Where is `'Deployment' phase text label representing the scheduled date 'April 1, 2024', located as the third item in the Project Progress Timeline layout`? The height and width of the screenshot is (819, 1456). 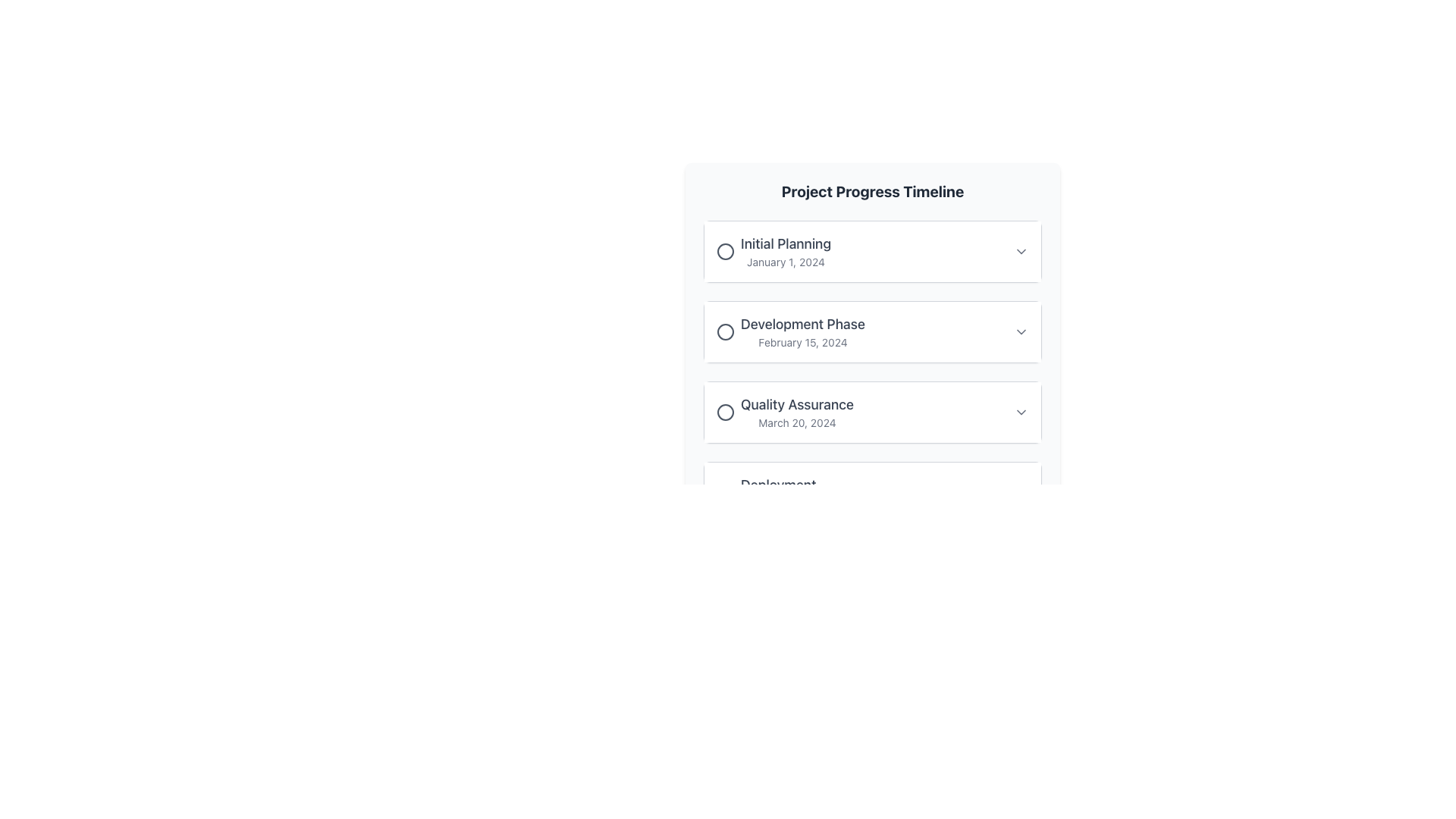 'Deployment' phase text label representing the scheduled date 'April 1, 2024', located as the third item in the Project Progress Timeline layout is located at coordinates (778, 493).